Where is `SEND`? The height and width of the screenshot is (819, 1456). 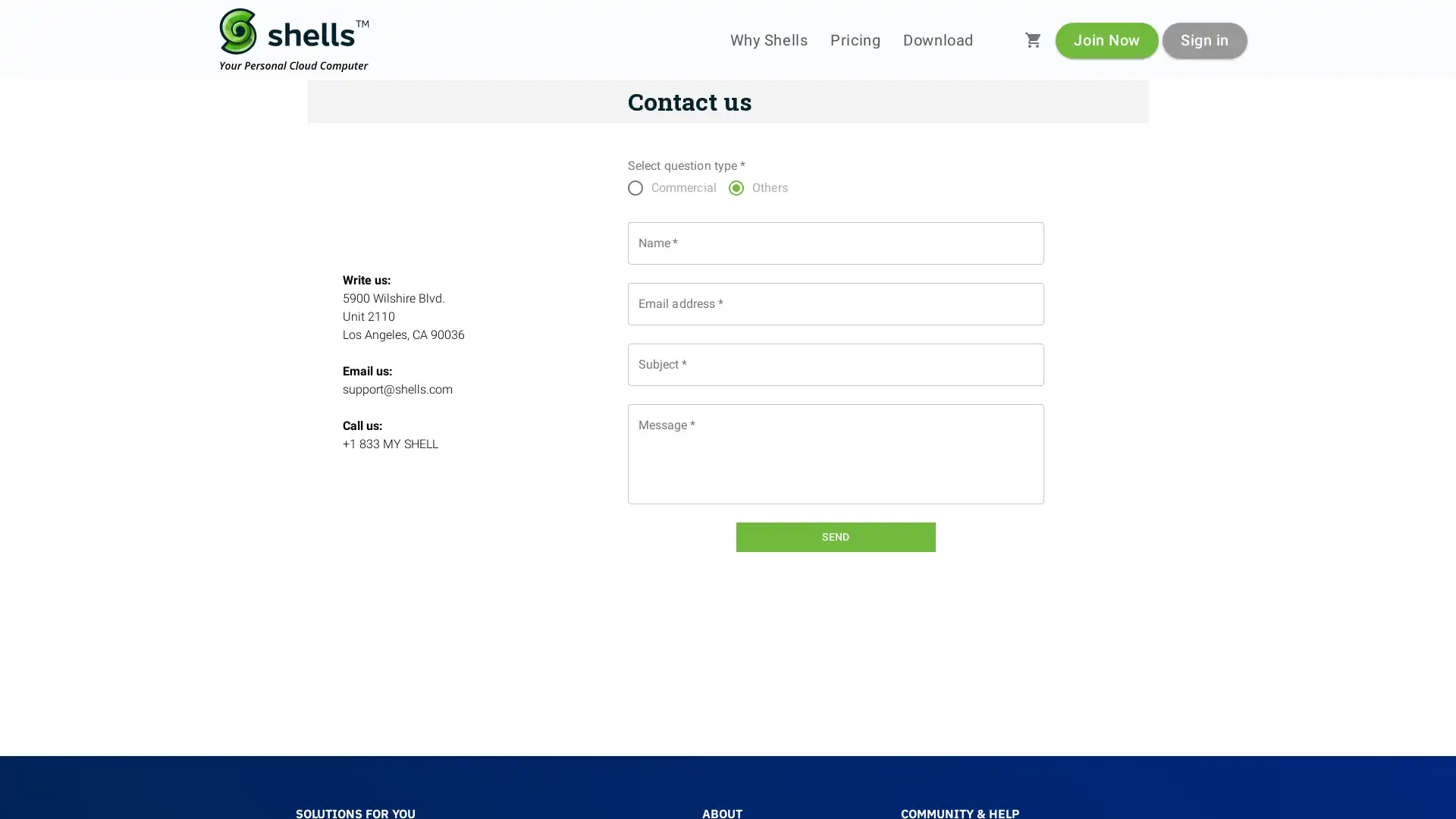
SEND is located at coordinates (835, 536).